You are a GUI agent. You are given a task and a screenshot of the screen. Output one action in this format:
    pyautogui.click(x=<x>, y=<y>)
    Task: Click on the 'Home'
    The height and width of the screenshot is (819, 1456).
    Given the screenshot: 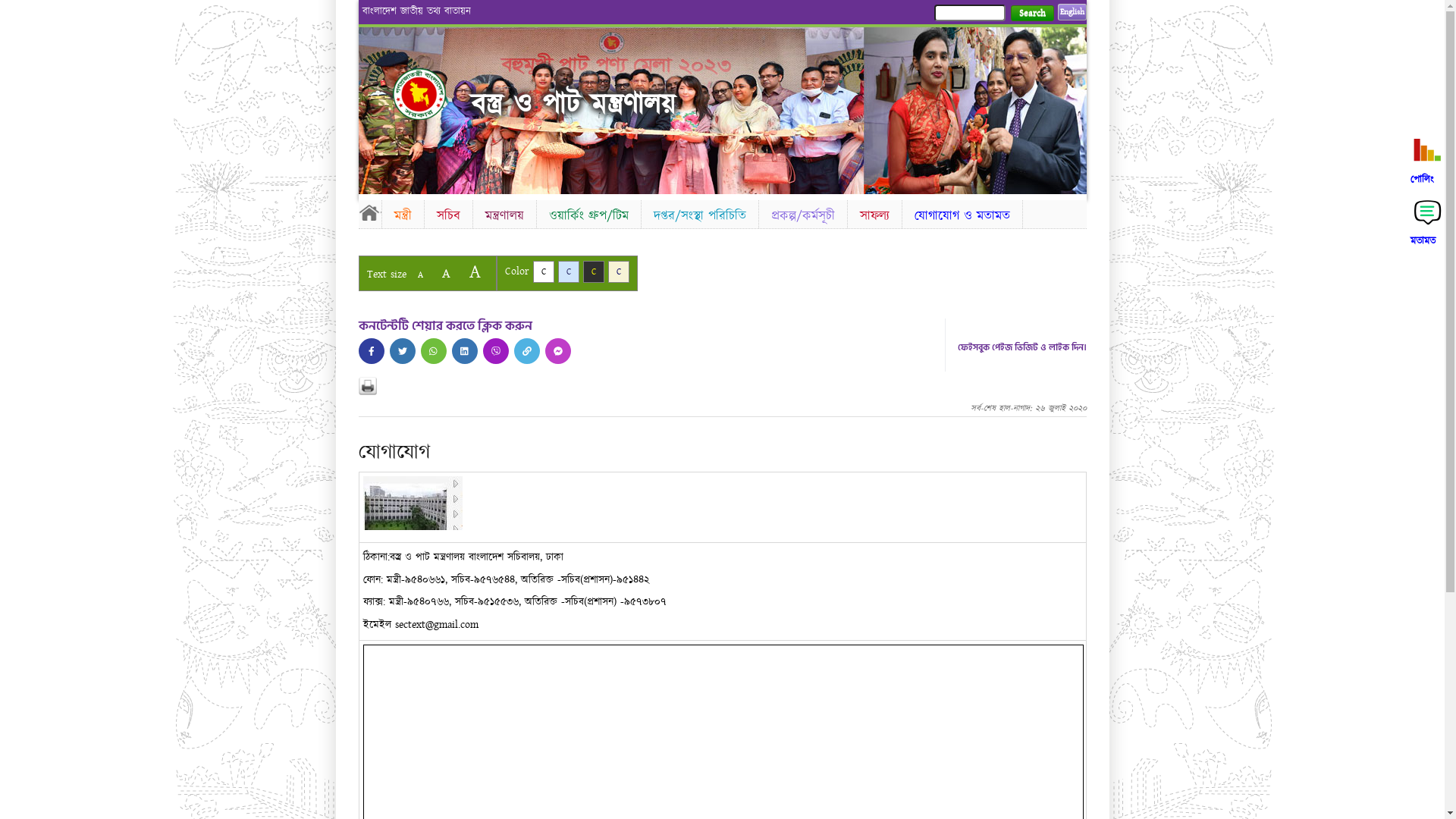 What is the action you would take?
    pyautogui.click(x=369, y=212)
    